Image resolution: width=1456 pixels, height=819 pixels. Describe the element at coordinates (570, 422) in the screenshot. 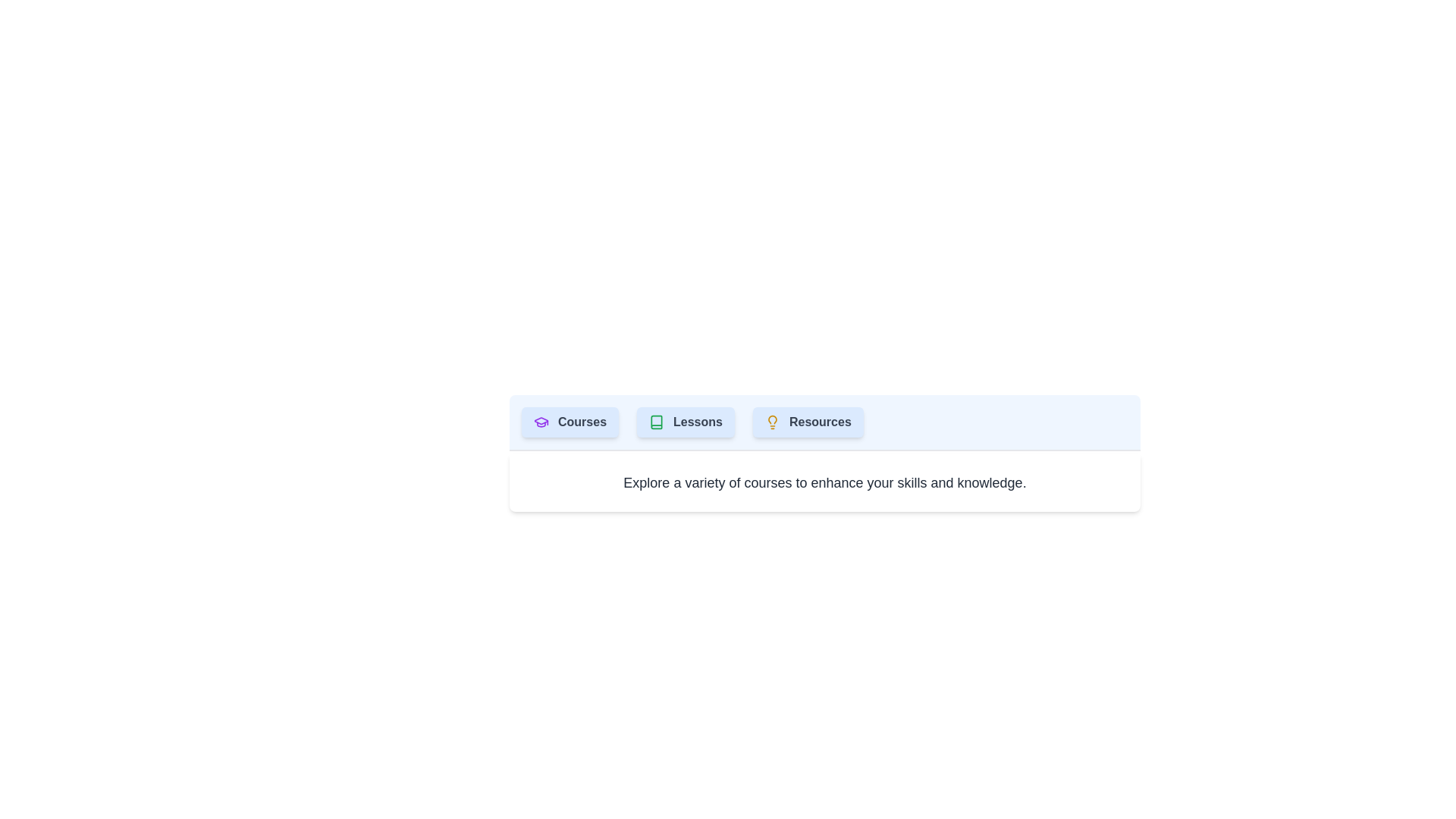

I see `the tab labeled Courses to view its content` at that location.